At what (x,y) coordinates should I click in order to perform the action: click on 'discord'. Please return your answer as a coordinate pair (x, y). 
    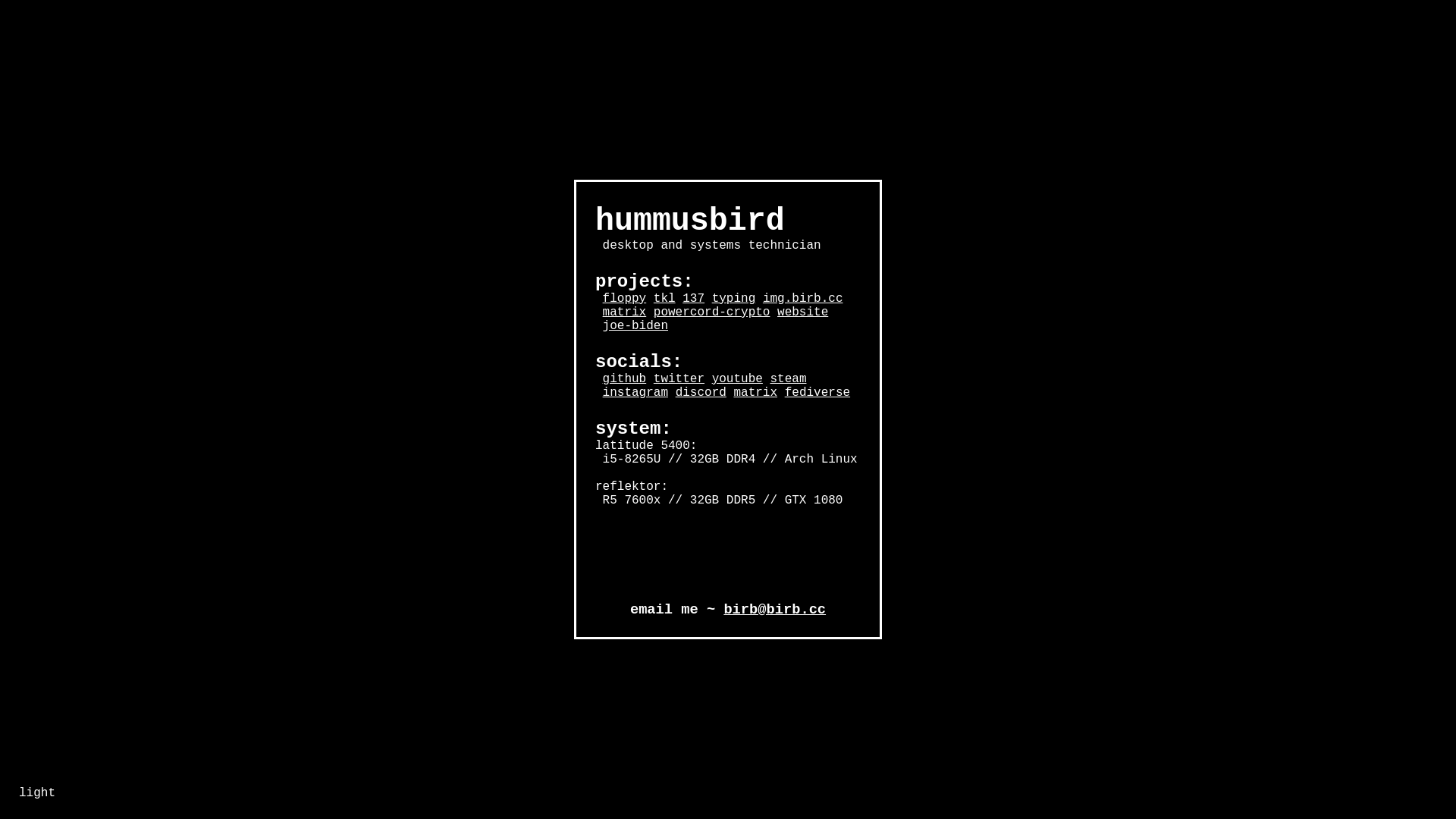
    Looking at the image, I should click on (700, 391).